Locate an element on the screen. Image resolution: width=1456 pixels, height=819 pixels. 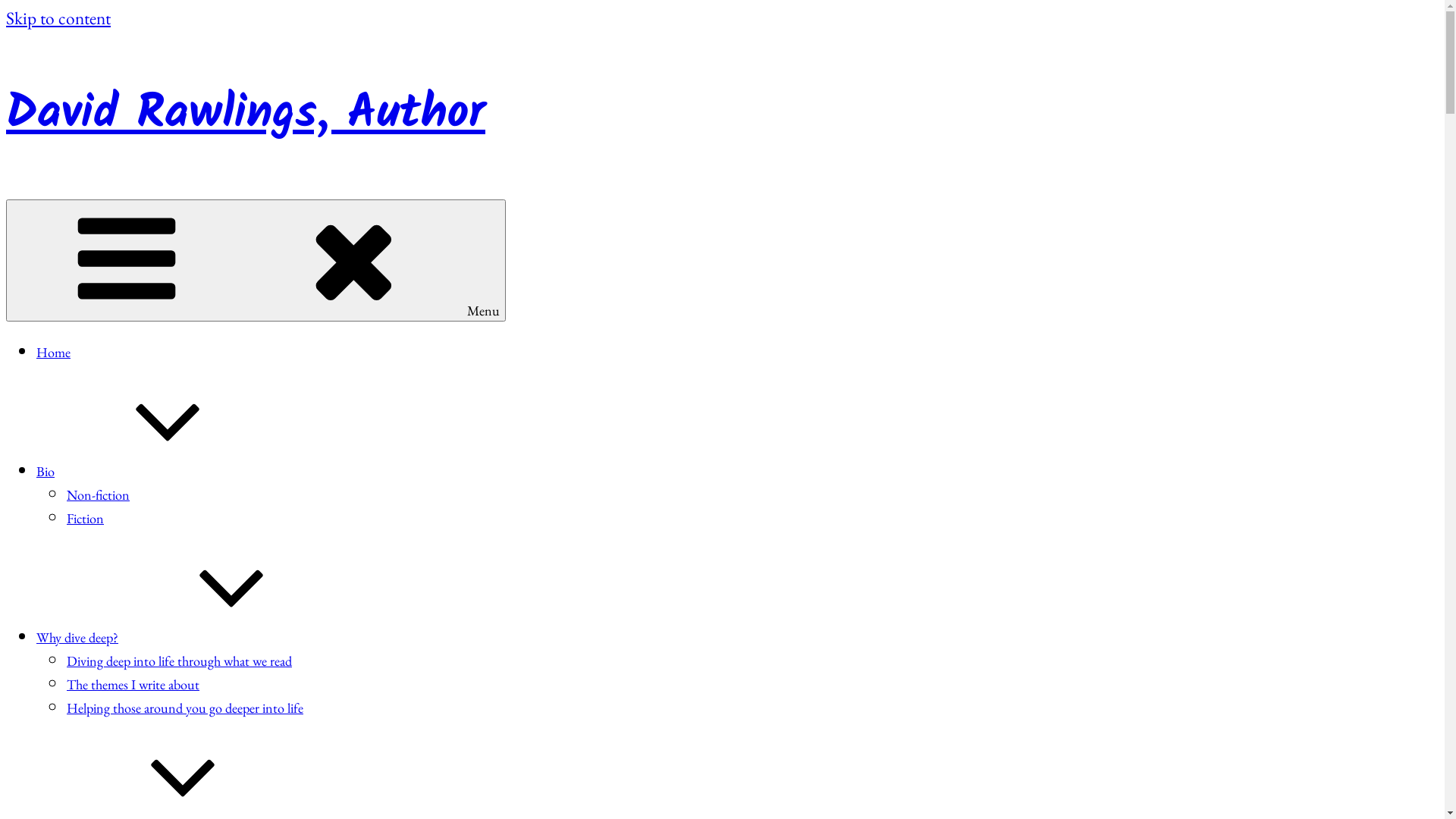
'Helping those around you go deeper into life' is located at coordinates (184, 708).